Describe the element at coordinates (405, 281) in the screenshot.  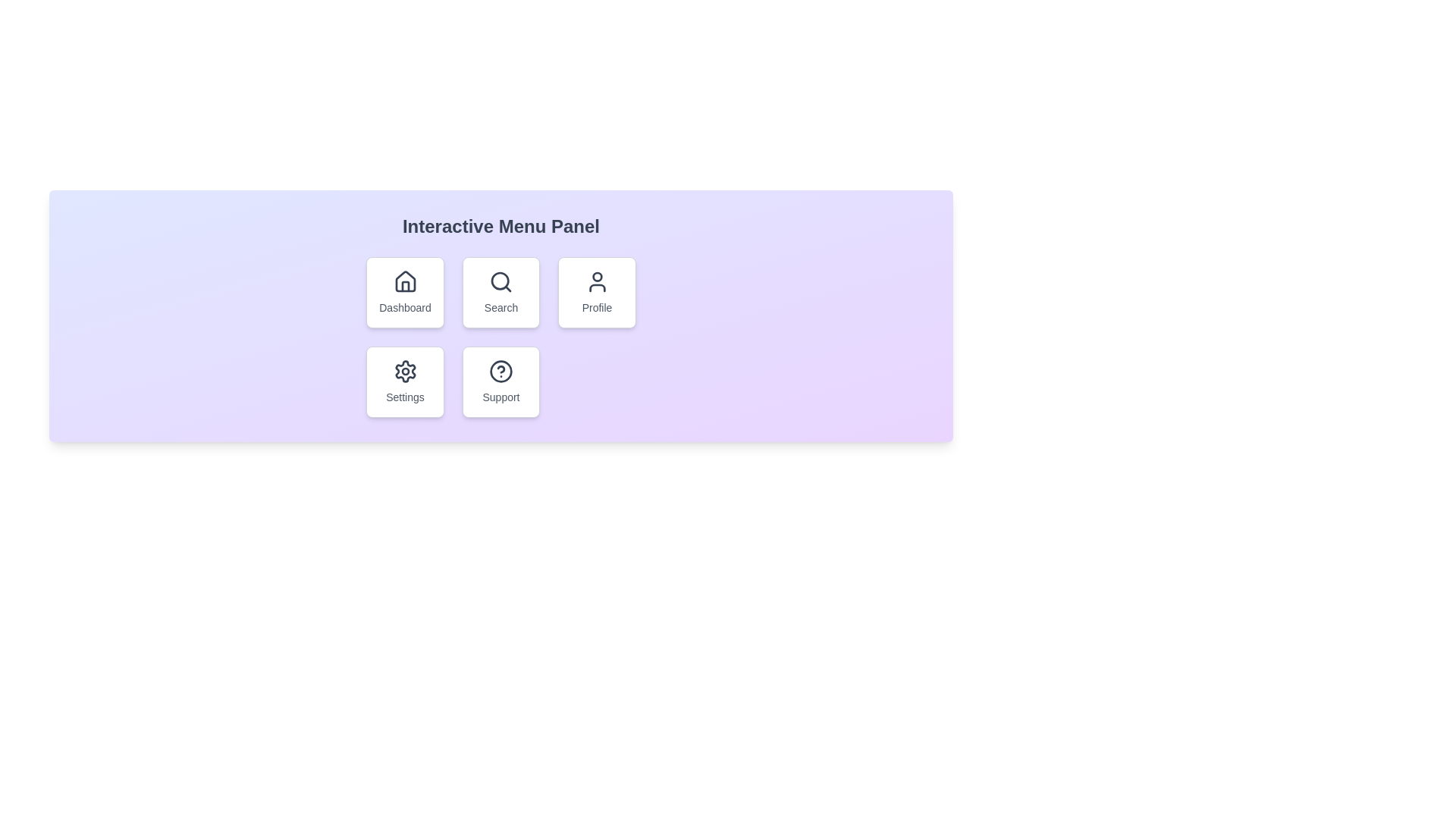
I see `the home icon, which is a stylized outline of a house located in the top-left section of a grid containing six icons within a card` at that location.